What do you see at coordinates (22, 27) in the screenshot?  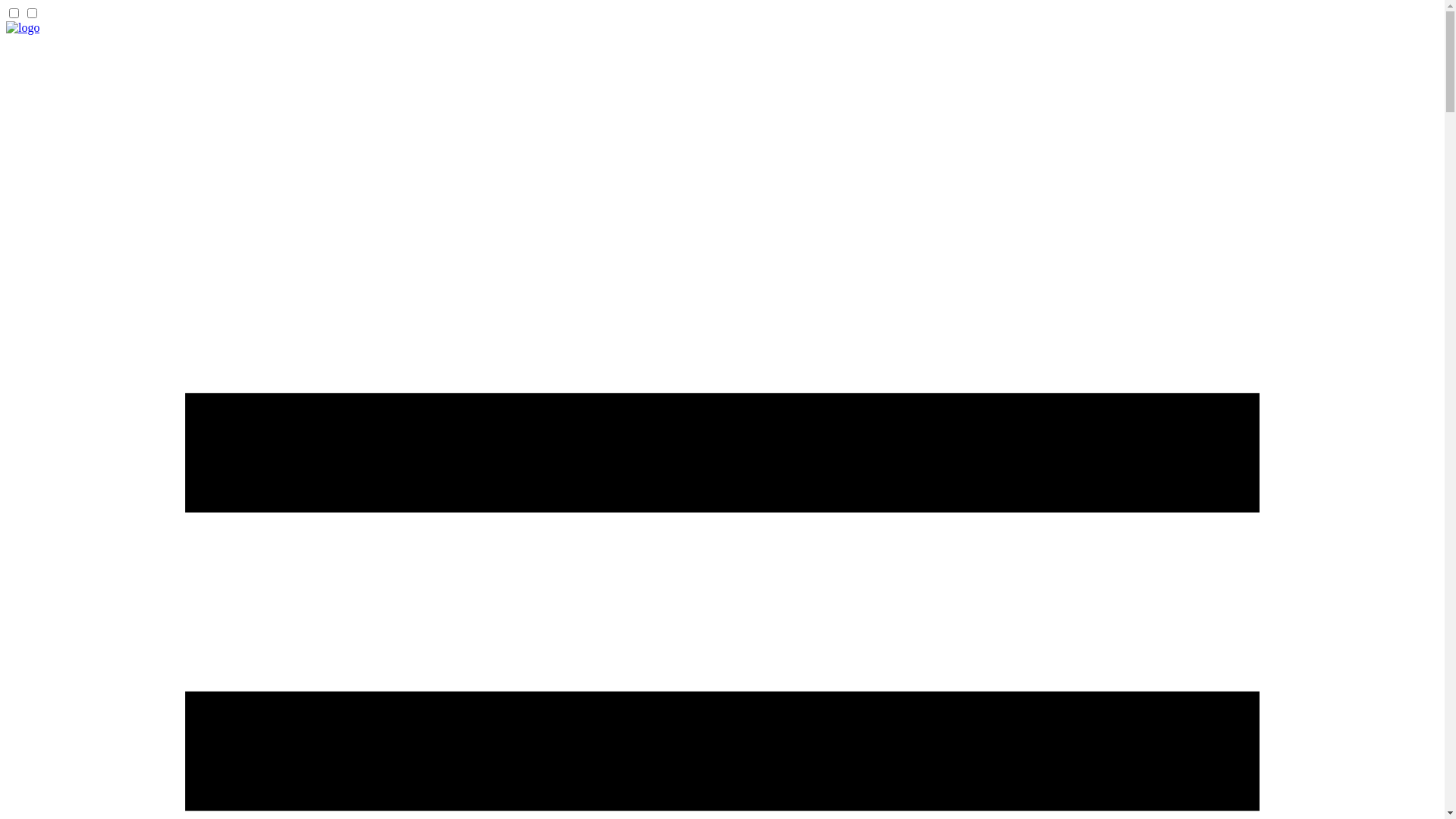 I see `'COS2000'` at bounding box center [22, 27].